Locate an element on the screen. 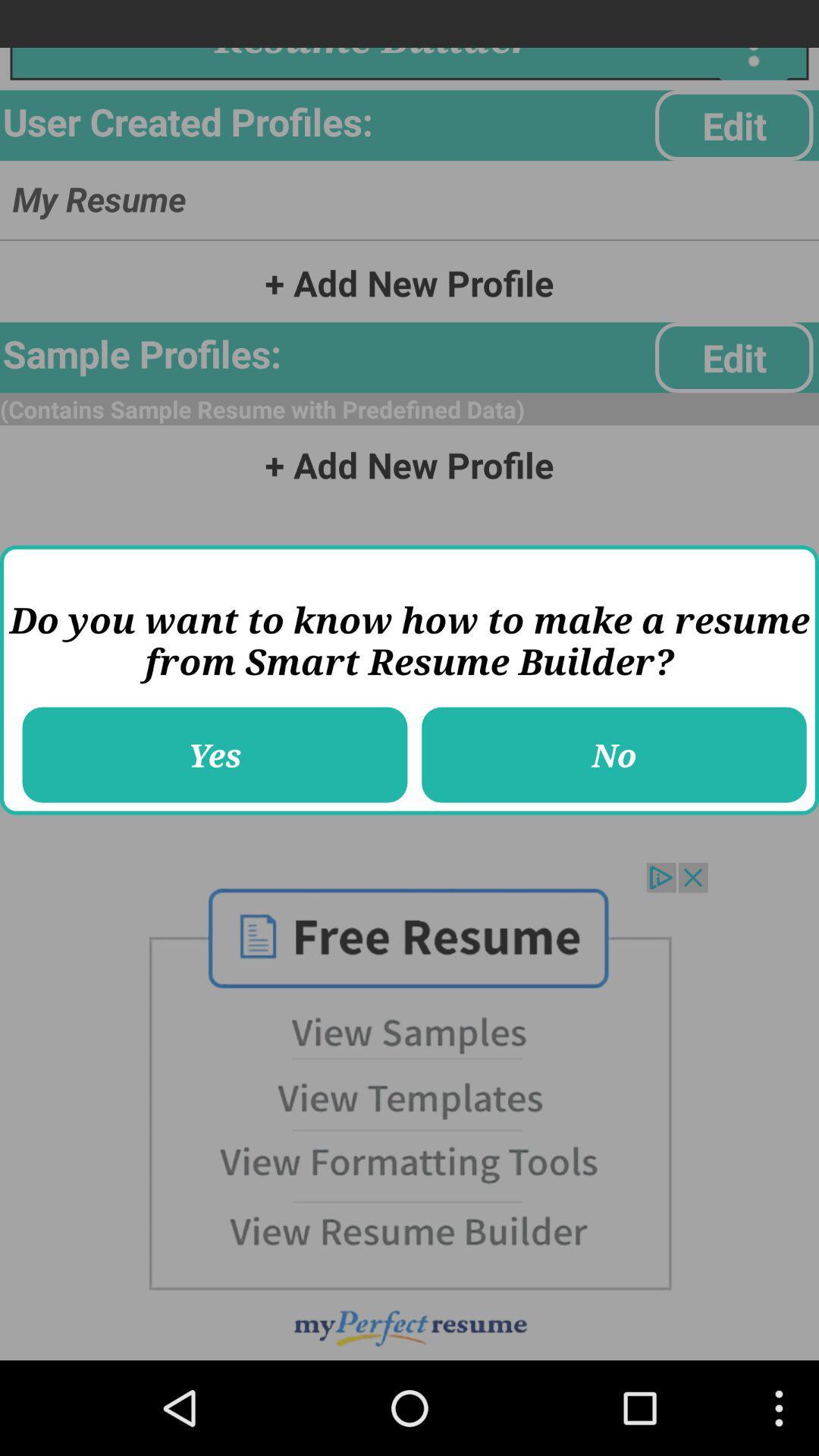 Image resolution: width=819 pixels, height=1456 pixels. item to the left of the no is located at coordinates (215, 755).